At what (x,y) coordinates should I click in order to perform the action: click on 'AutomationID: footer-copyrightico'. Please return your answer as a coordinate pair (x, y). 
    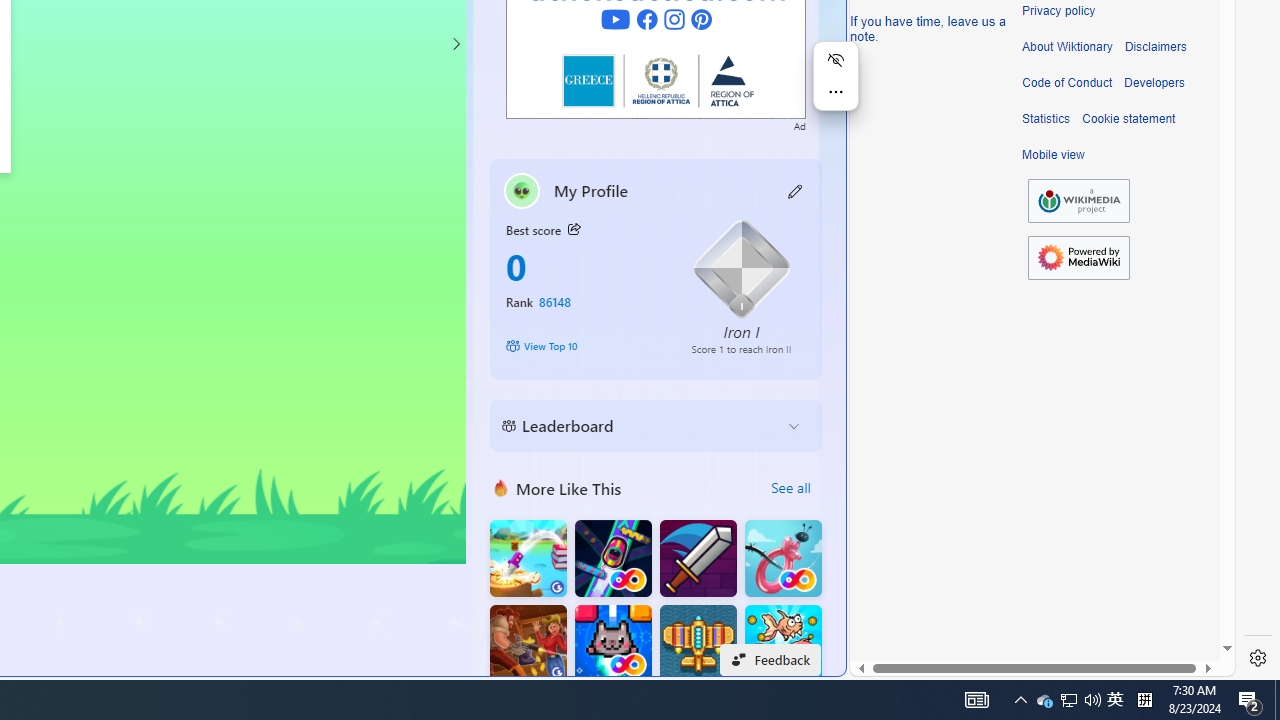
    Looking at the image, I should click on (1078, 201).